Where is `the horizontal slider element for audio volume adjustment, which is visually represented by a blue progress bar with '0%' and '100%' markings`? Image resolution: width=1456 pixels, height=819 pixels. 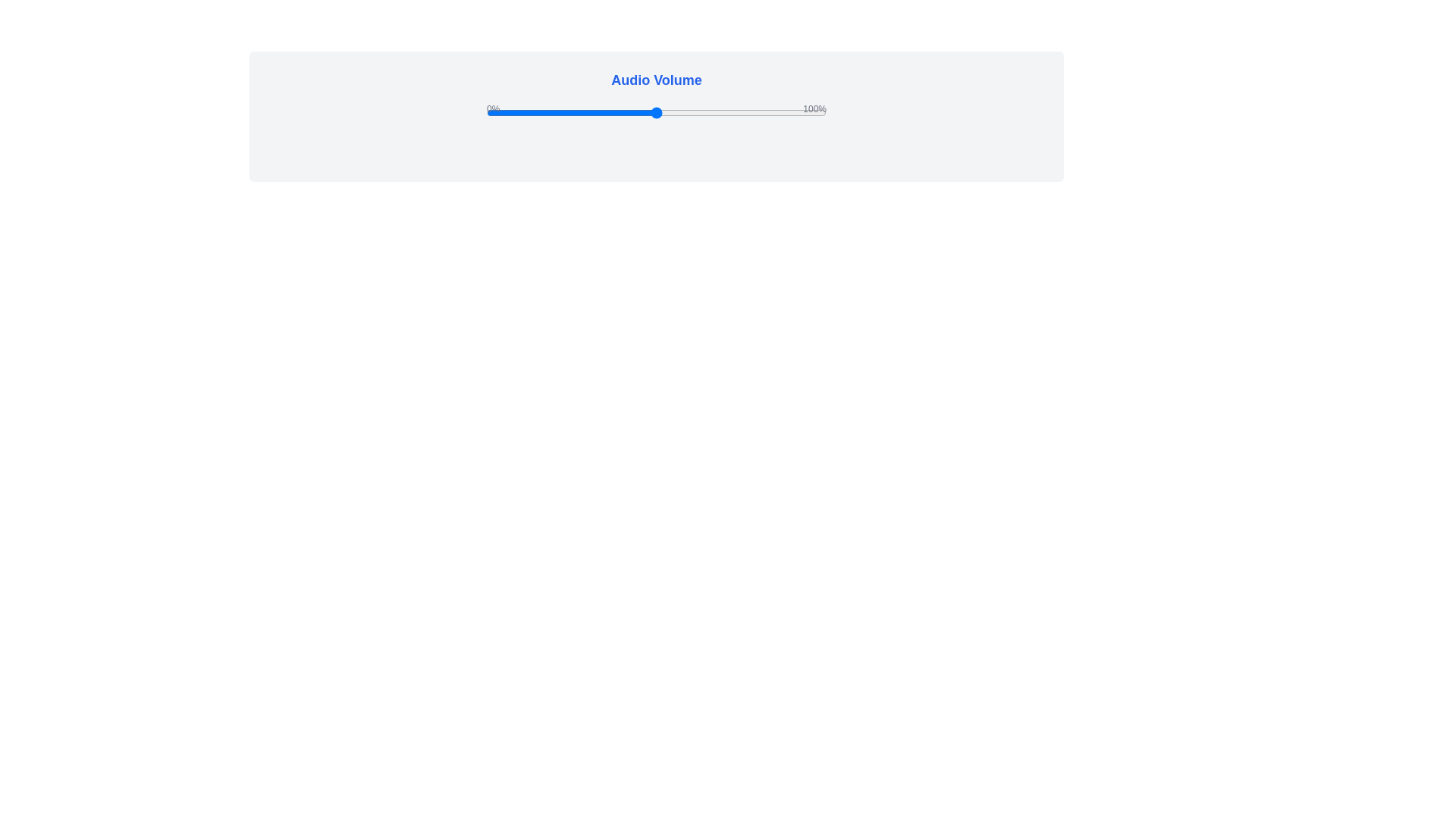
the horizontal slider element for audio volume adjustment, which is visually represented by a blue progress bar with '0%' and '100%' markings is located at coordinates (656, 111).